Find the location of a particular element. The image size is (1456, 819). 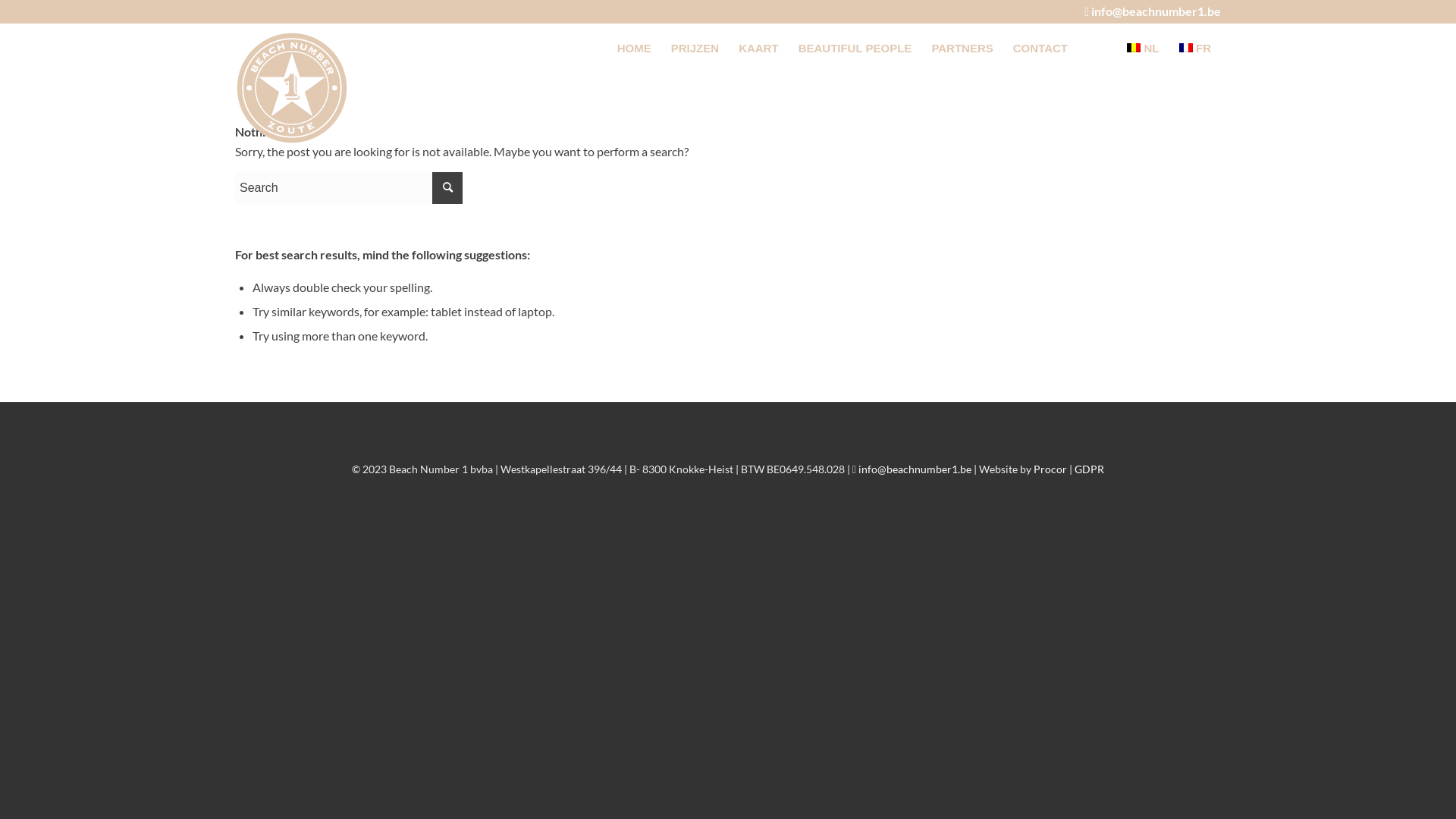

'BEAUTIFUL PEOPLE' is located at coordinates (855, 47).